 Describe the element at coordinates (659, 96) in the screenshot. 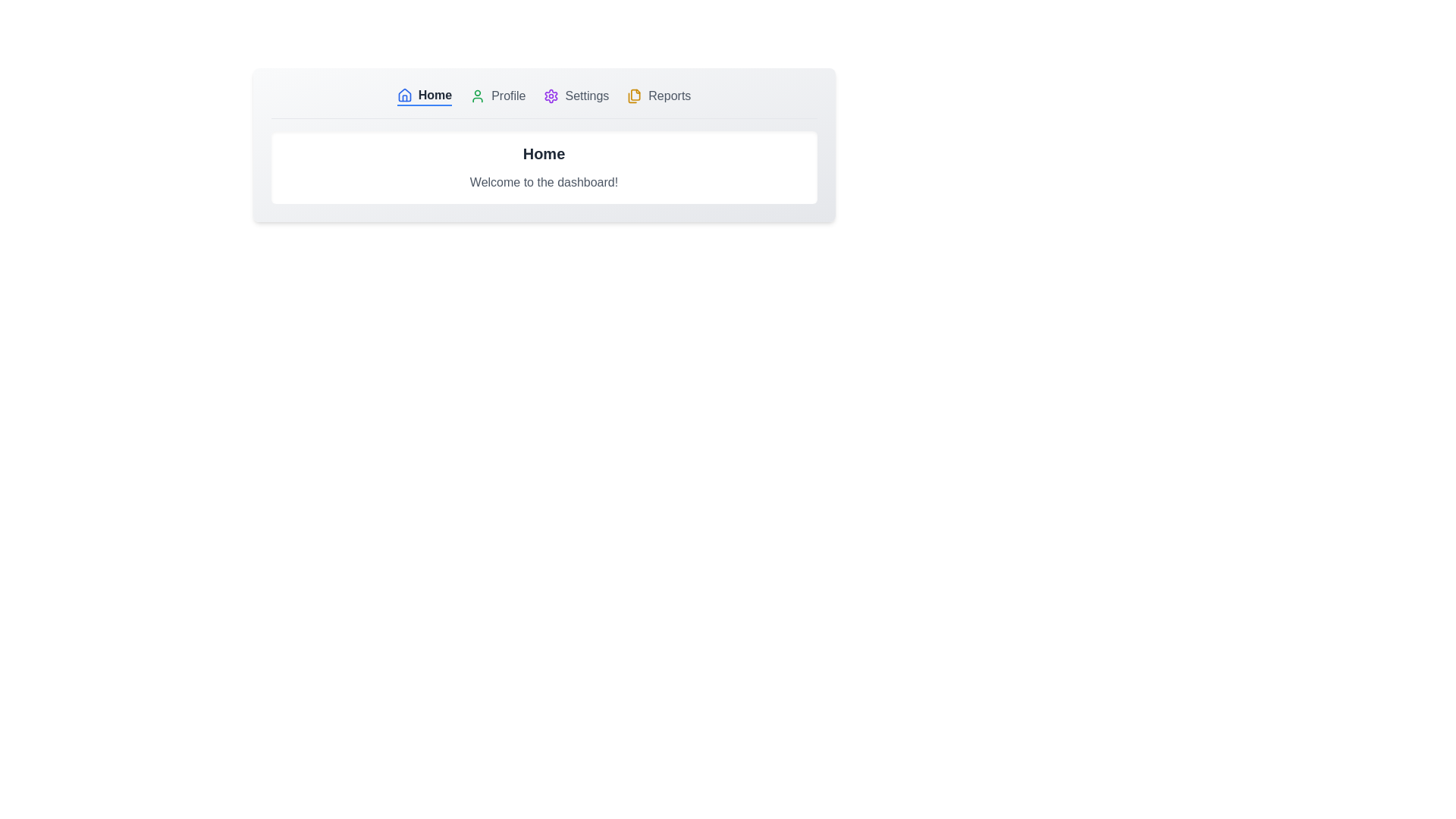

I see `the tab labeled Reports by clicking on its button` at that location.